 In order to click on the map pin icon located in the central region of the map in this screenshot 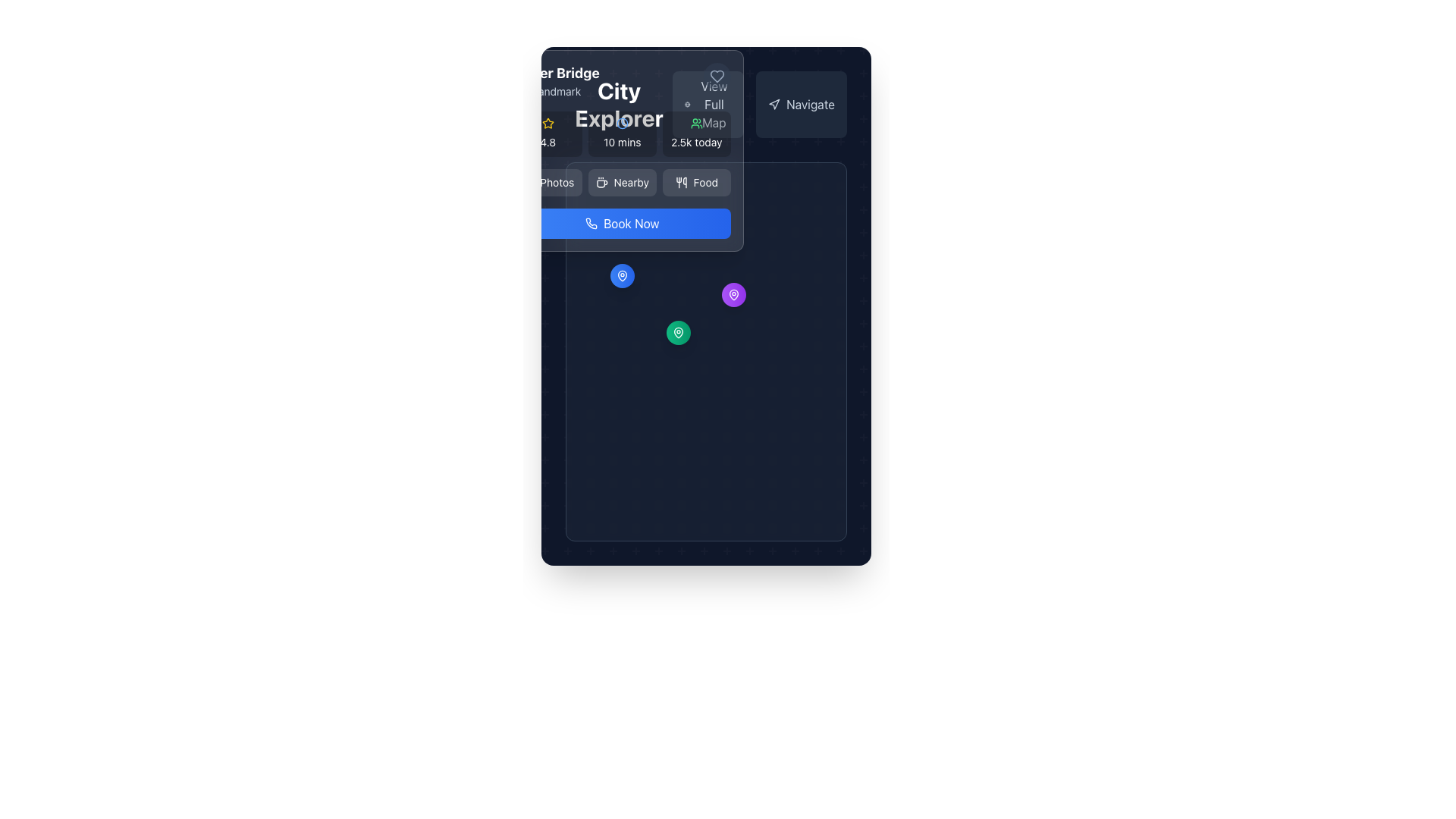, I will do `click(677, 332)`.